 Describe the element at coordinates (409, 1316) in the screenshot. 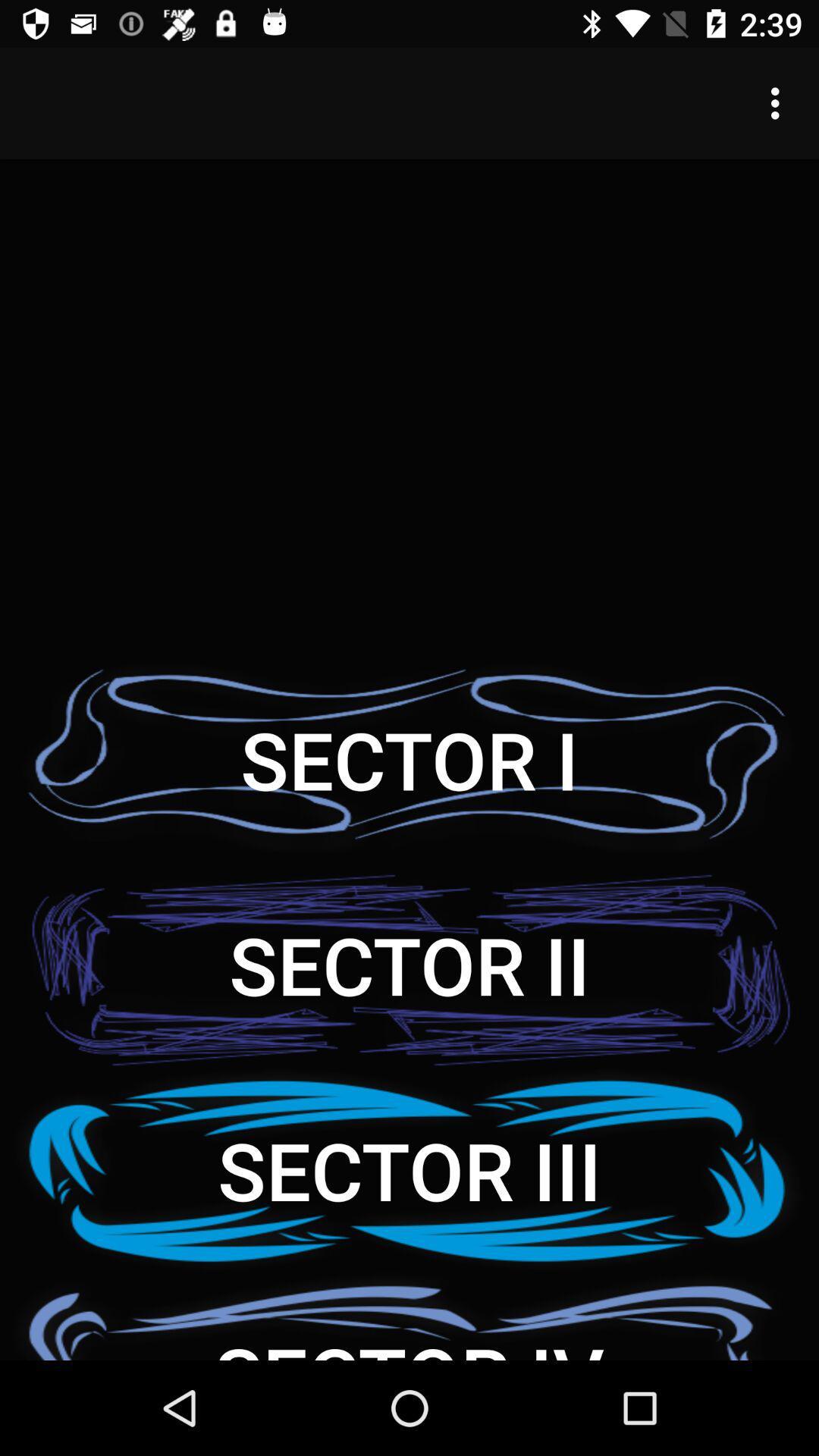

I see `the sector iv` at that location.